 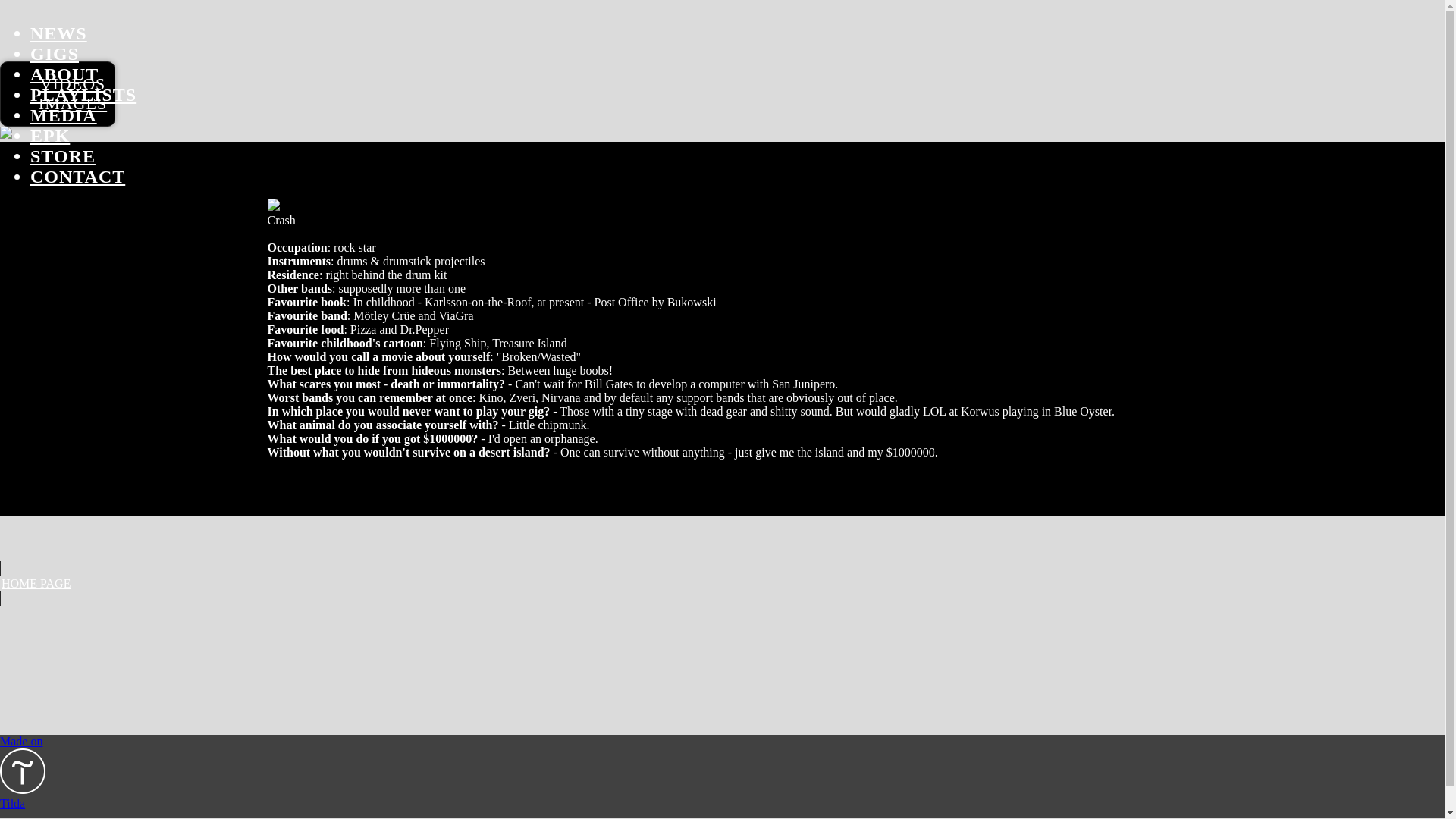 I want to click on 'VIDEOS', so click(x=72, y=83).